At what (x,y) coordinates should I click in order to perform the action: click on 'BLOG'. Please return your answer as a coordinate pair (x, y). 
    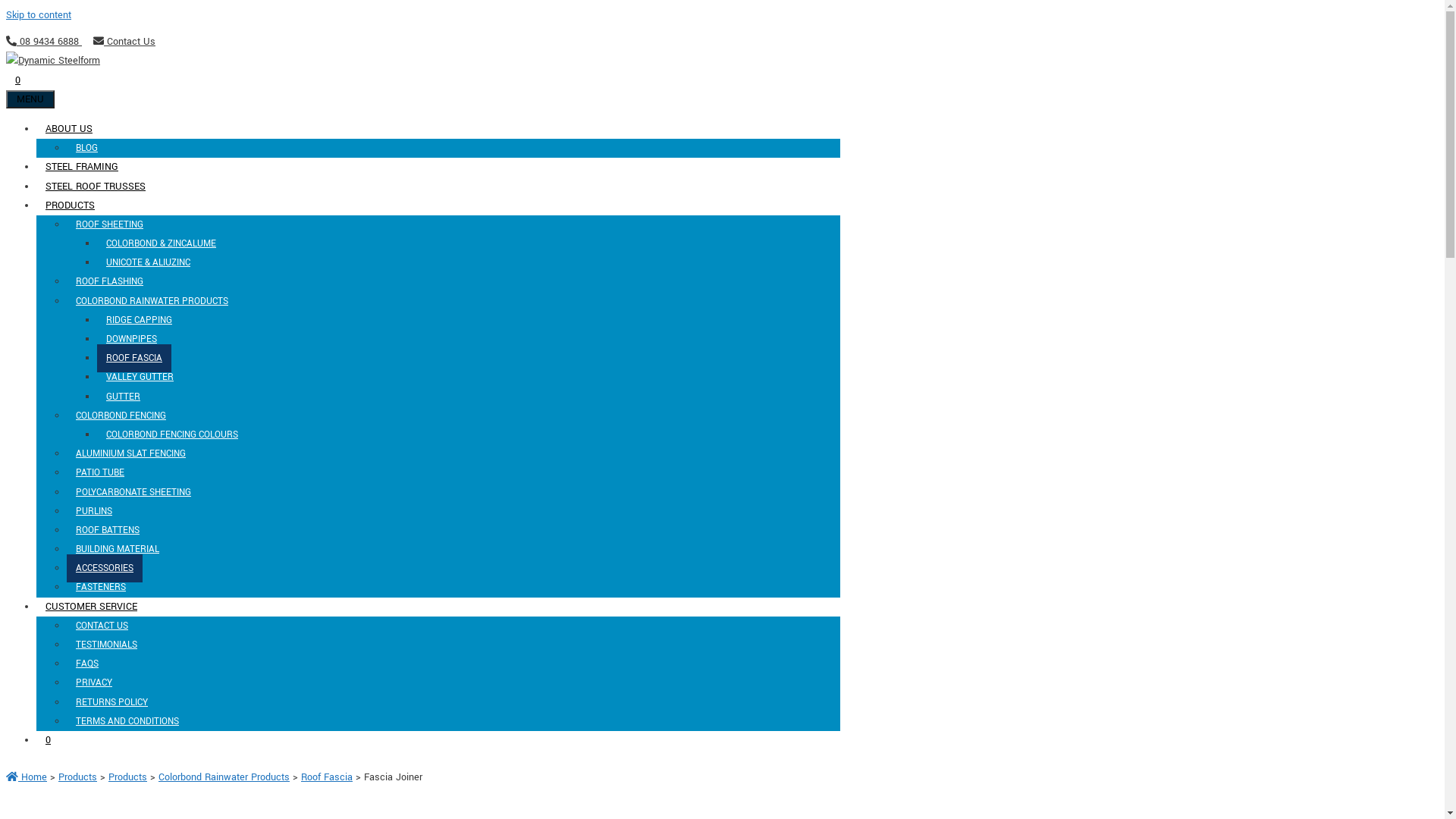
    Looking at the image, I should click on (86, 148).